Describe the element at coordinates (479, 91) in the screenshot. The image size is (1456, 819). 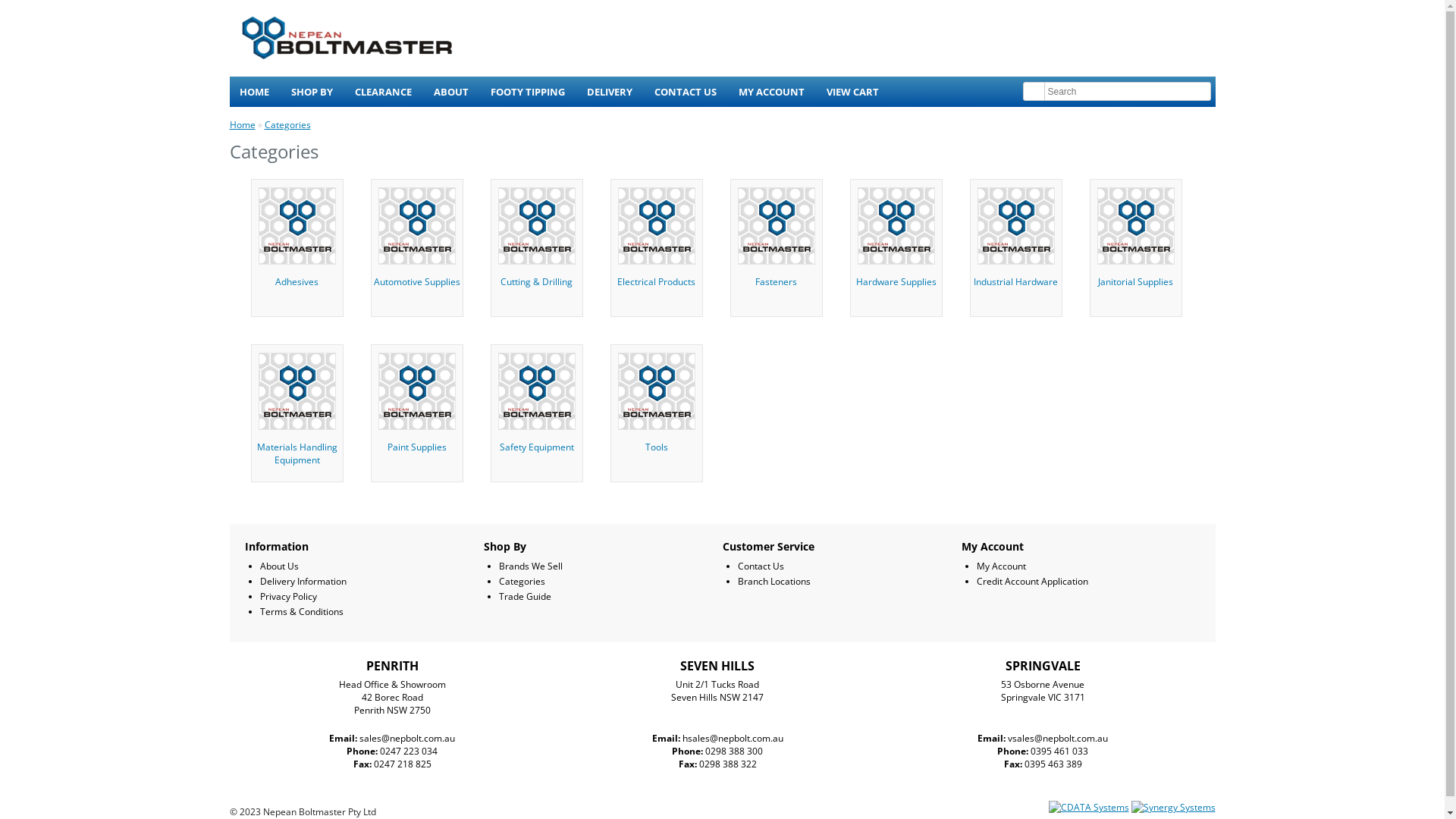
I see `'FOOTY TIPPING'` at that location.